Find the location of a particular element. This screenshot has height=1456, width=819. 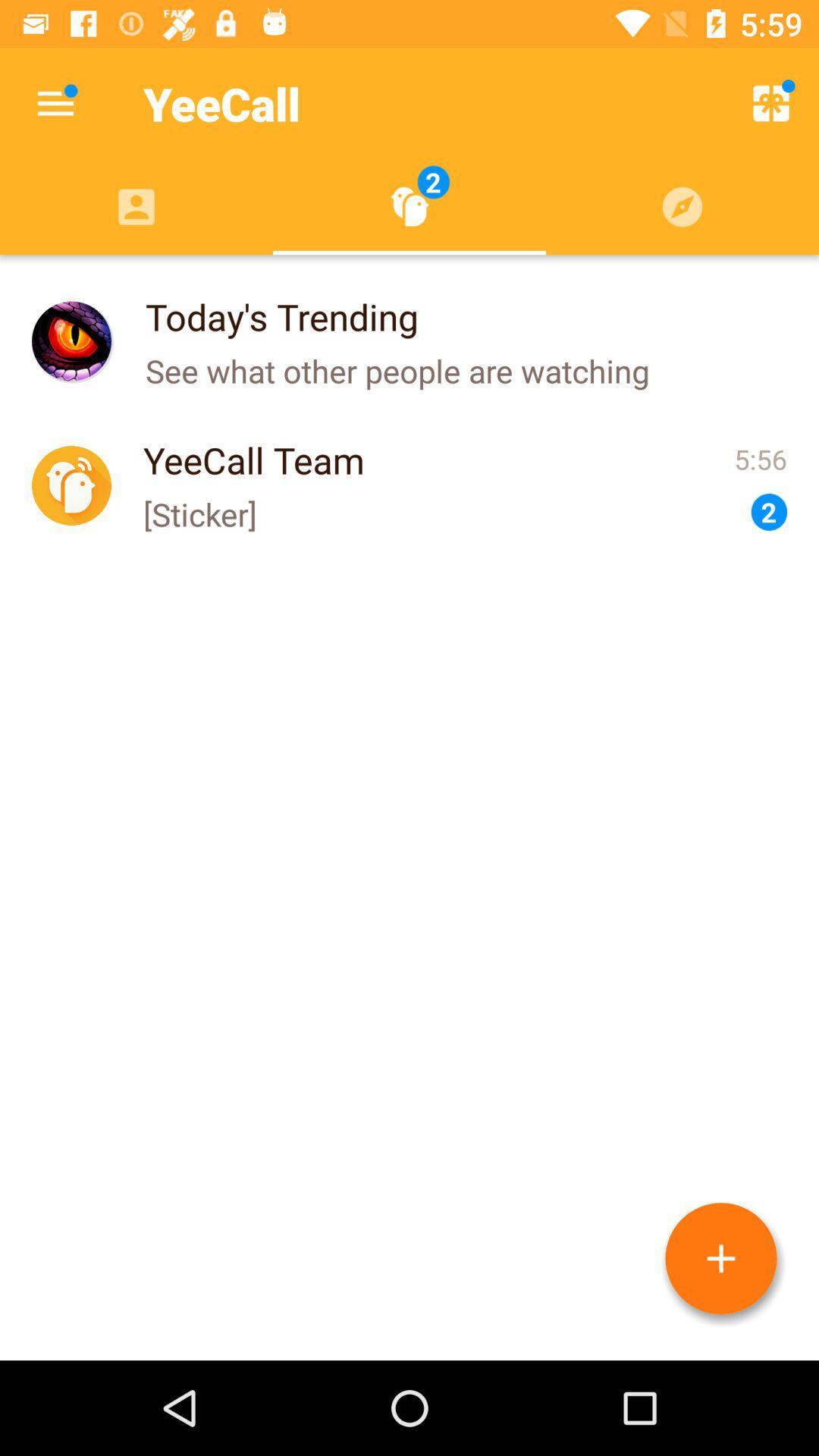

call is located at coordinates (720, 1258).